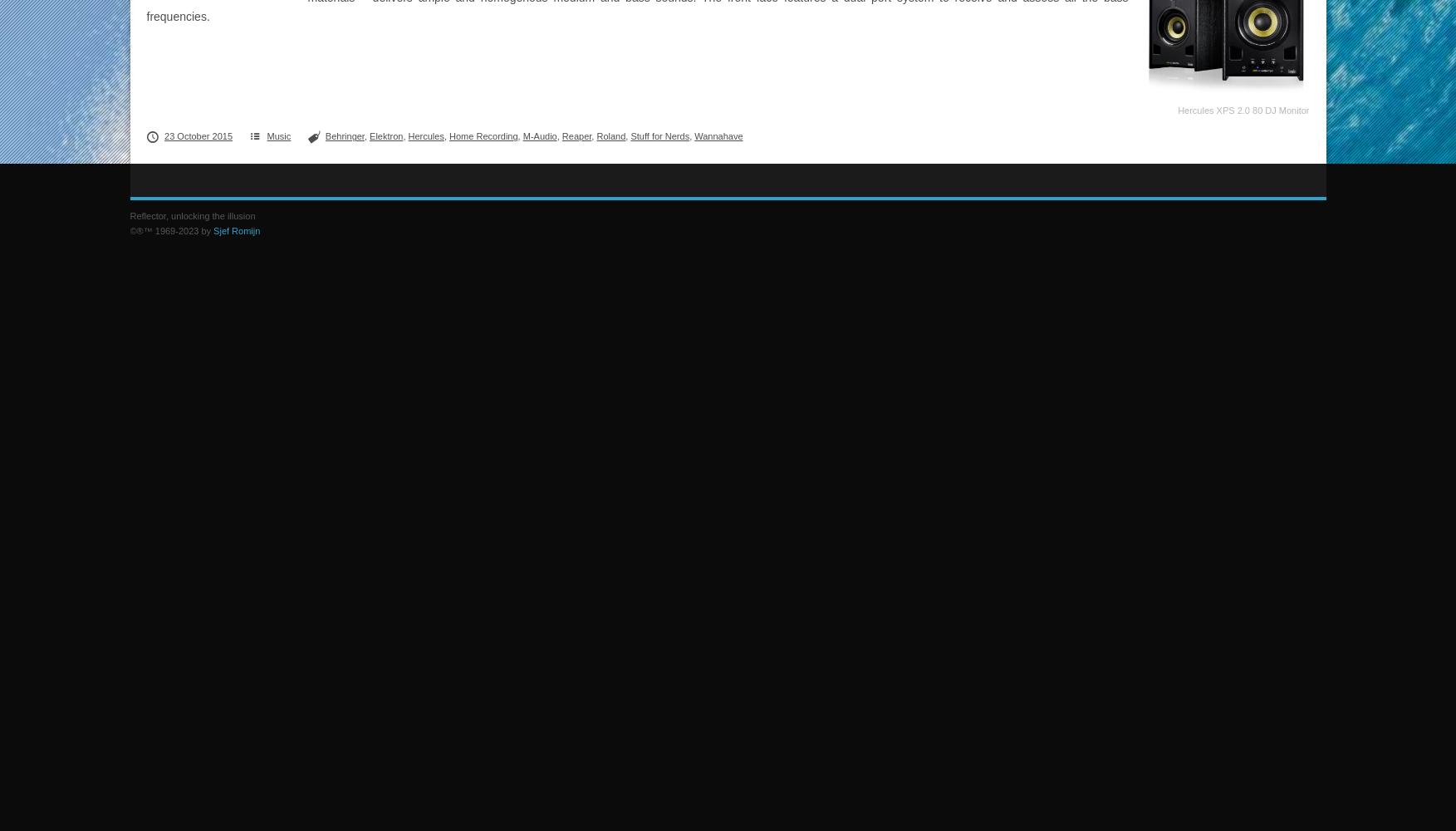  What do you see at coordinates (521, 136) in the screenshot?
I see `'M-Audio'` at bounding box center [521, 136].